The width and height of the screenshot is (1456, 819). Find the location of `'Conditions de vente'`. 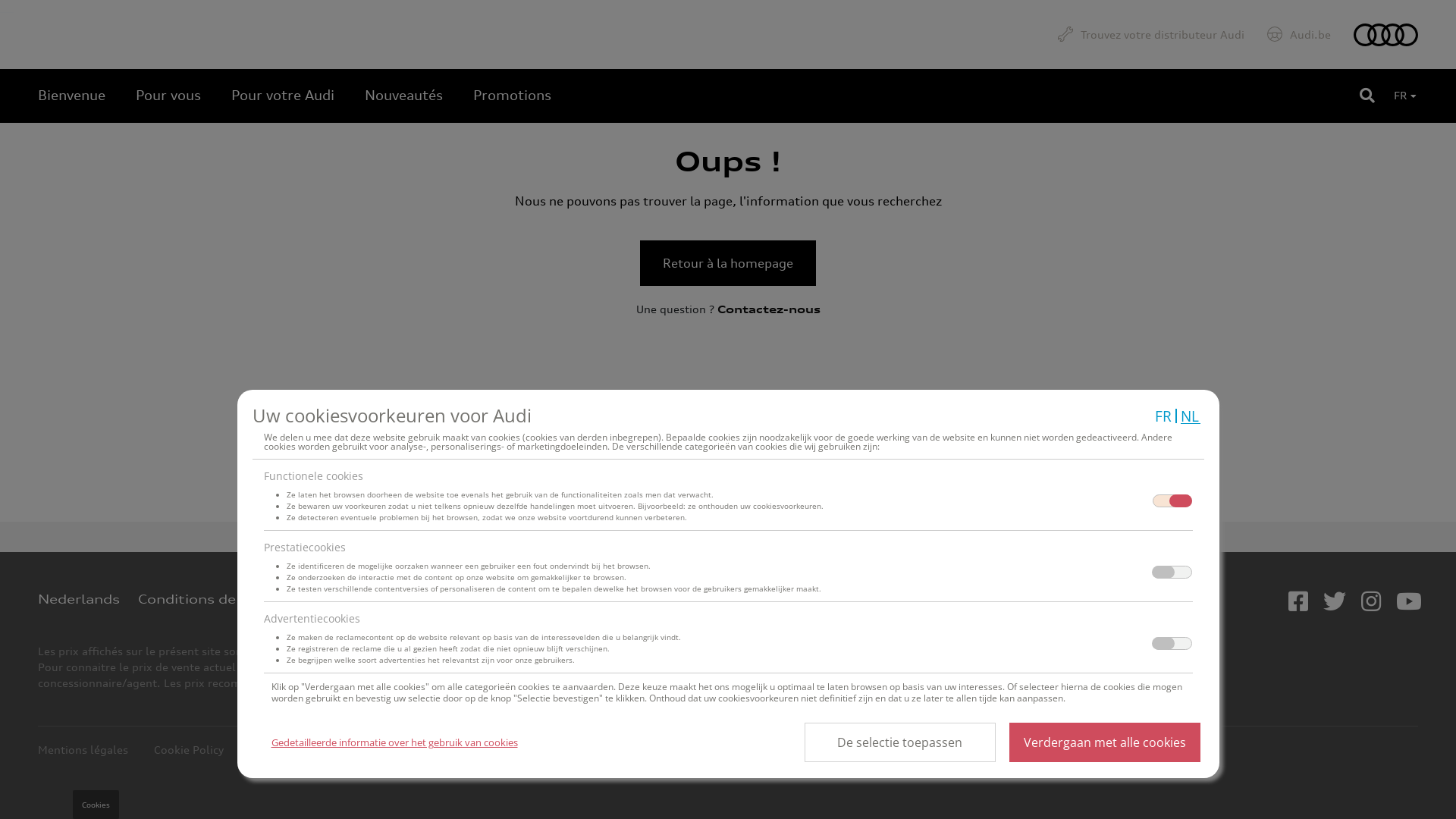

'Conditions de vente' is located at coordinates (208, 598).